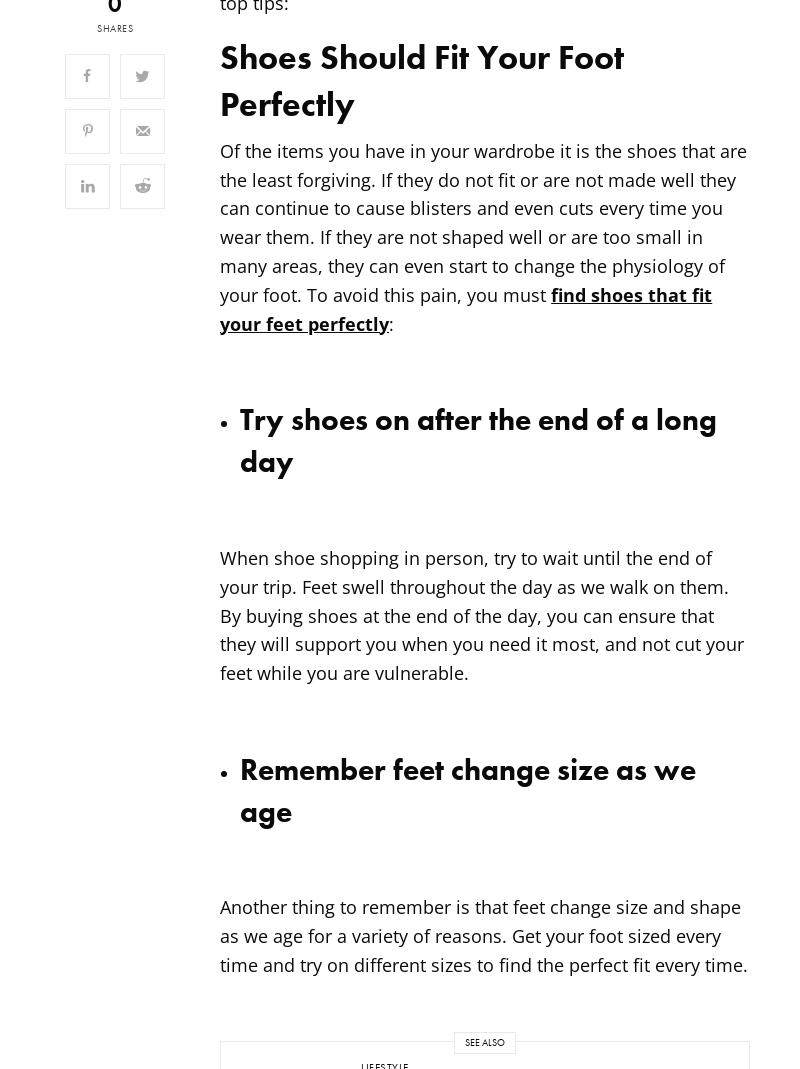 This screenshot has height=1069, width=800. Describe the element at coordinates (317, 992) in the screenshot. I see `'Powered by'` at that location.